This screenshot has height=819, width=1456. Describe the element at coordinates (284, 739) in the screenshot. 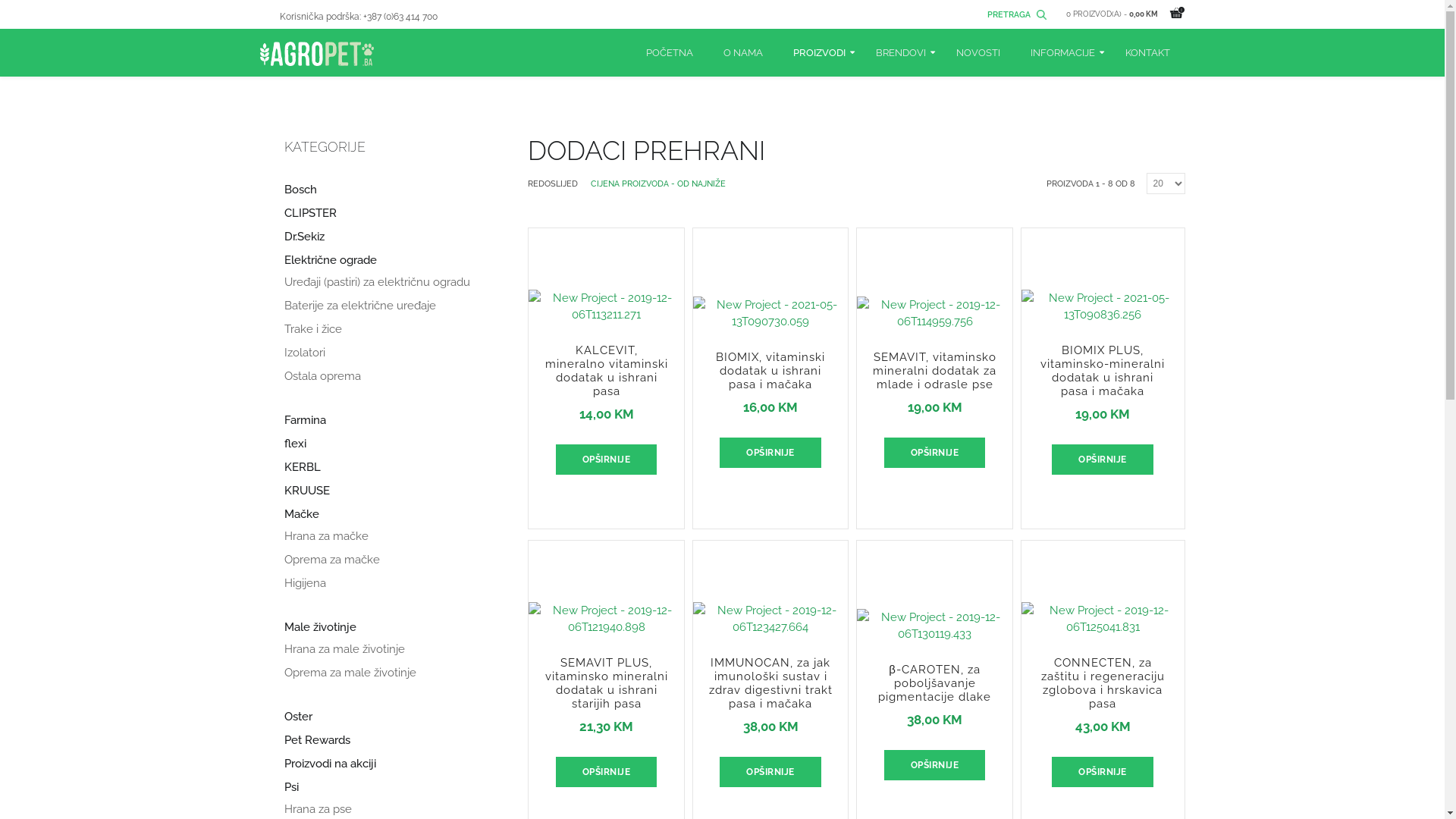

I see `'Pet Rewards'` at that location.